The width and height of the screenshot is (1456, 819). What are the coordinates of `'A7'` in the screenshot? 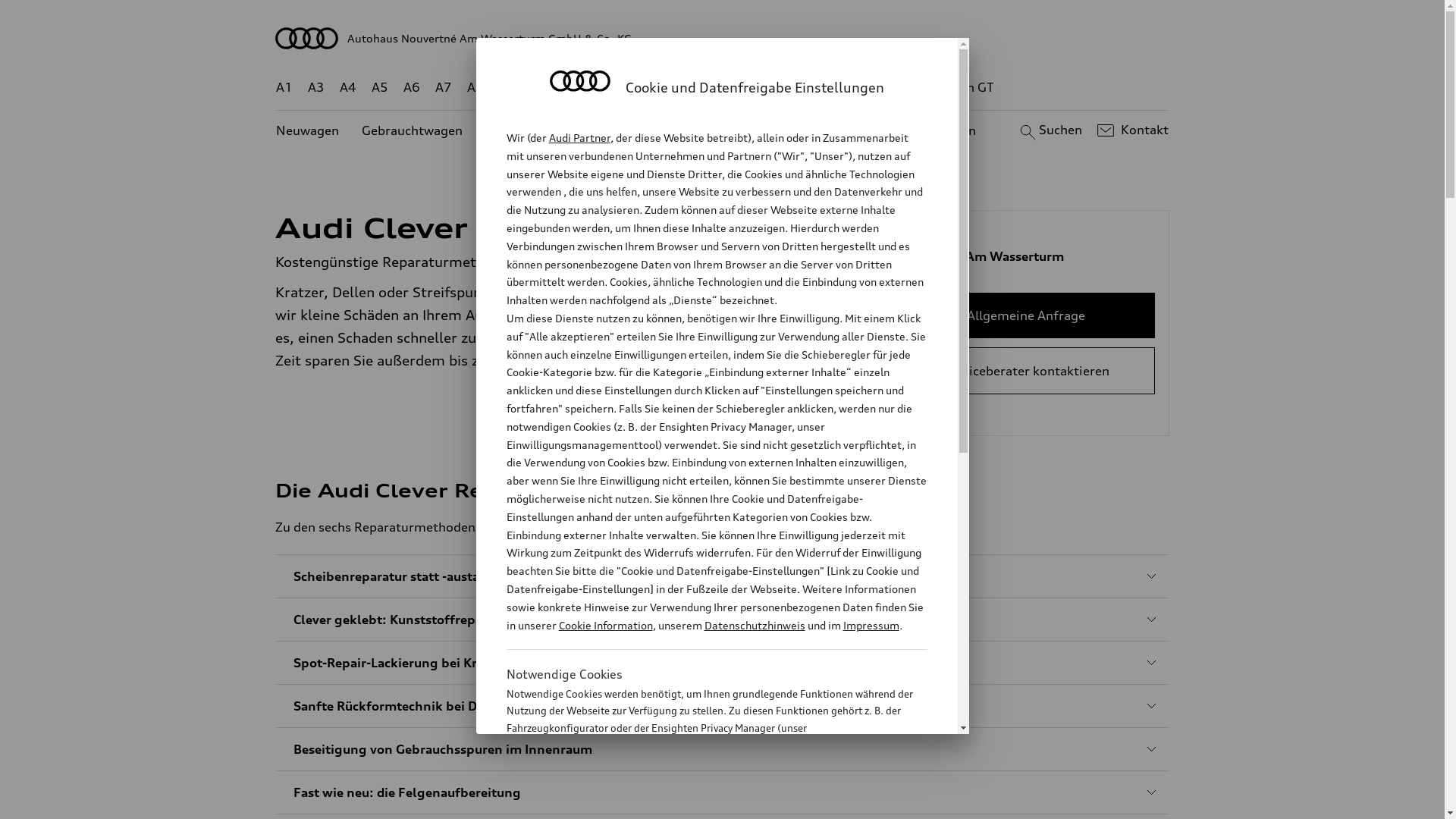 It's located at (443, 87).